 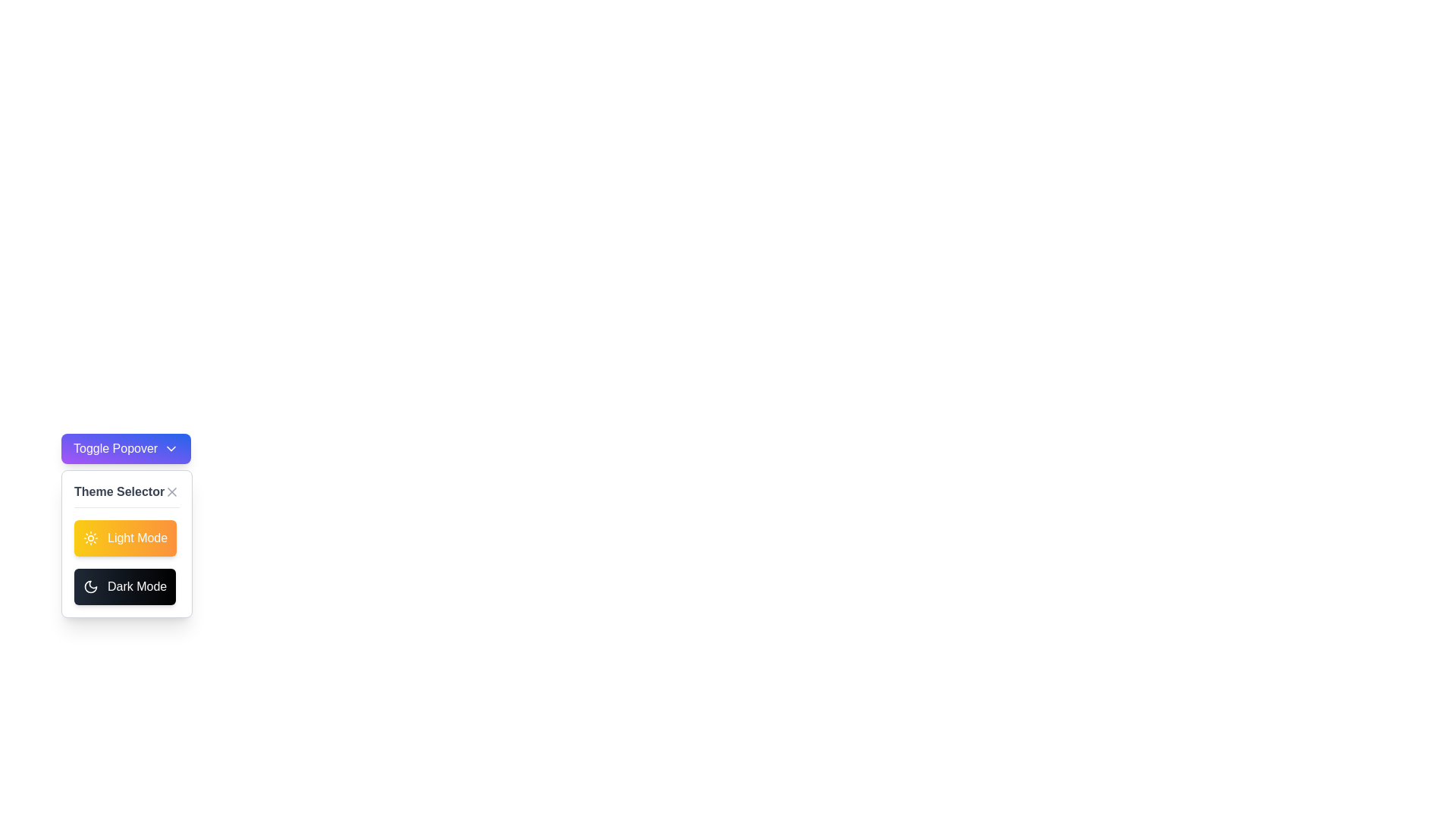 What do you see at coordinates (126, 447) in the screenshot?
I see `the 'Toggle Popover' button, which is a rectangular button with rounded corners, featuring a gradient background from purple to blue and displaying the text 'Toggle Popover' in white with a downwards chevron icon` at bounding box center [126, 447].